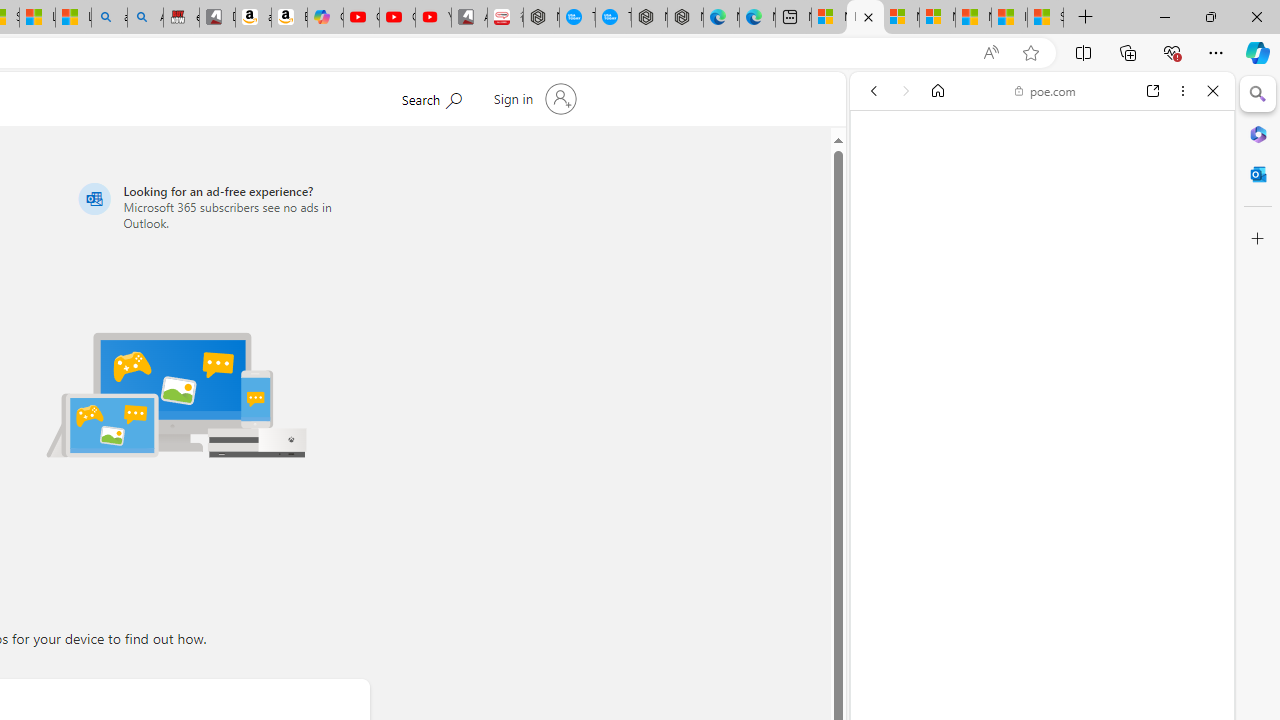 The image size is (1280, 720). What do you see at coordinates (533, 99) in the screenshot?
I see `'Sign in to your account'` at bounding box center [533, 99].